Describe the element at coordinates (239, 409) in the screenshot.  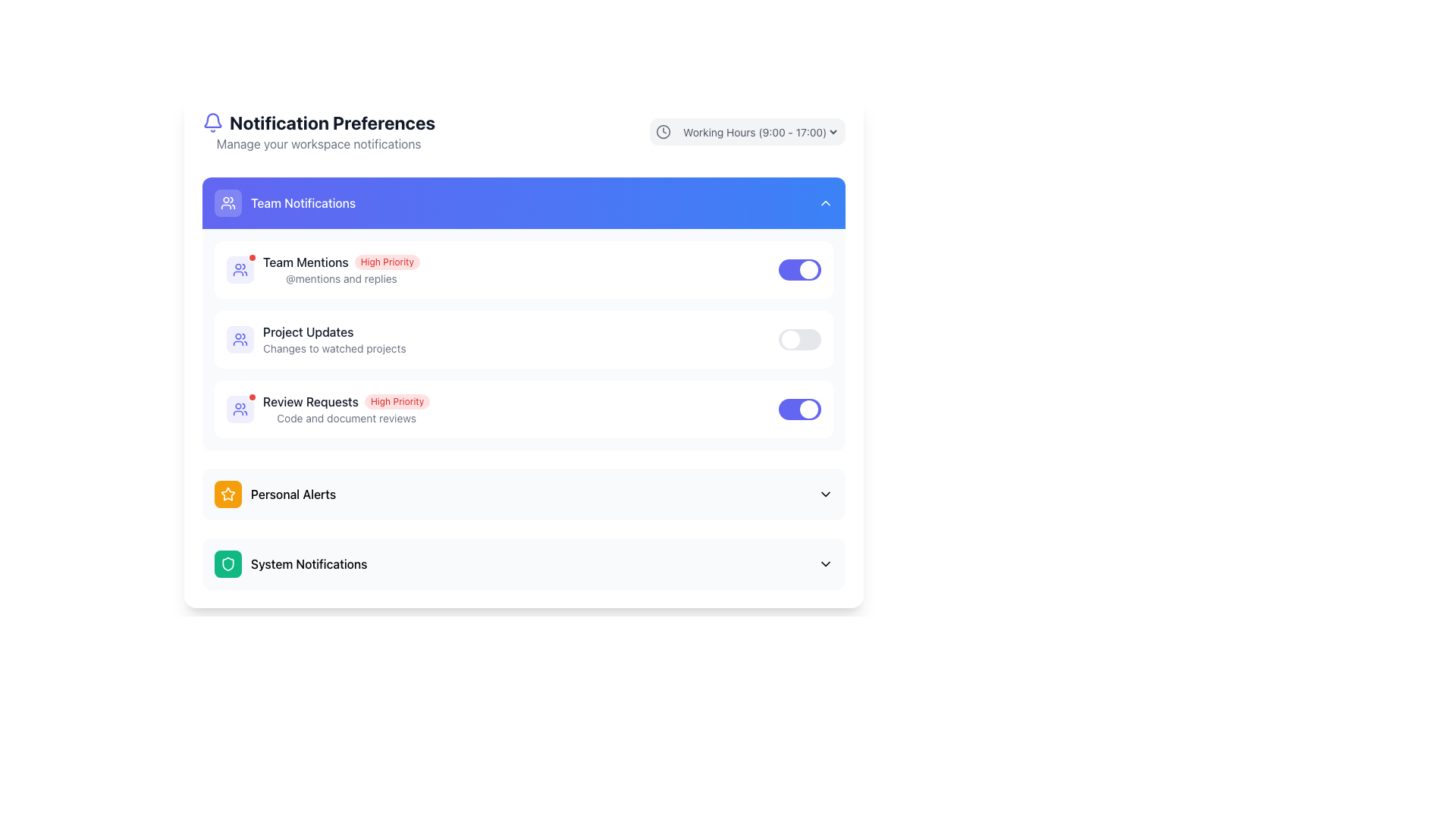
I see `the 'Review Requests' icon located in the 'Team Notifications' section, which is the first visual element to the left of the 'Review Requests' text` at that location.